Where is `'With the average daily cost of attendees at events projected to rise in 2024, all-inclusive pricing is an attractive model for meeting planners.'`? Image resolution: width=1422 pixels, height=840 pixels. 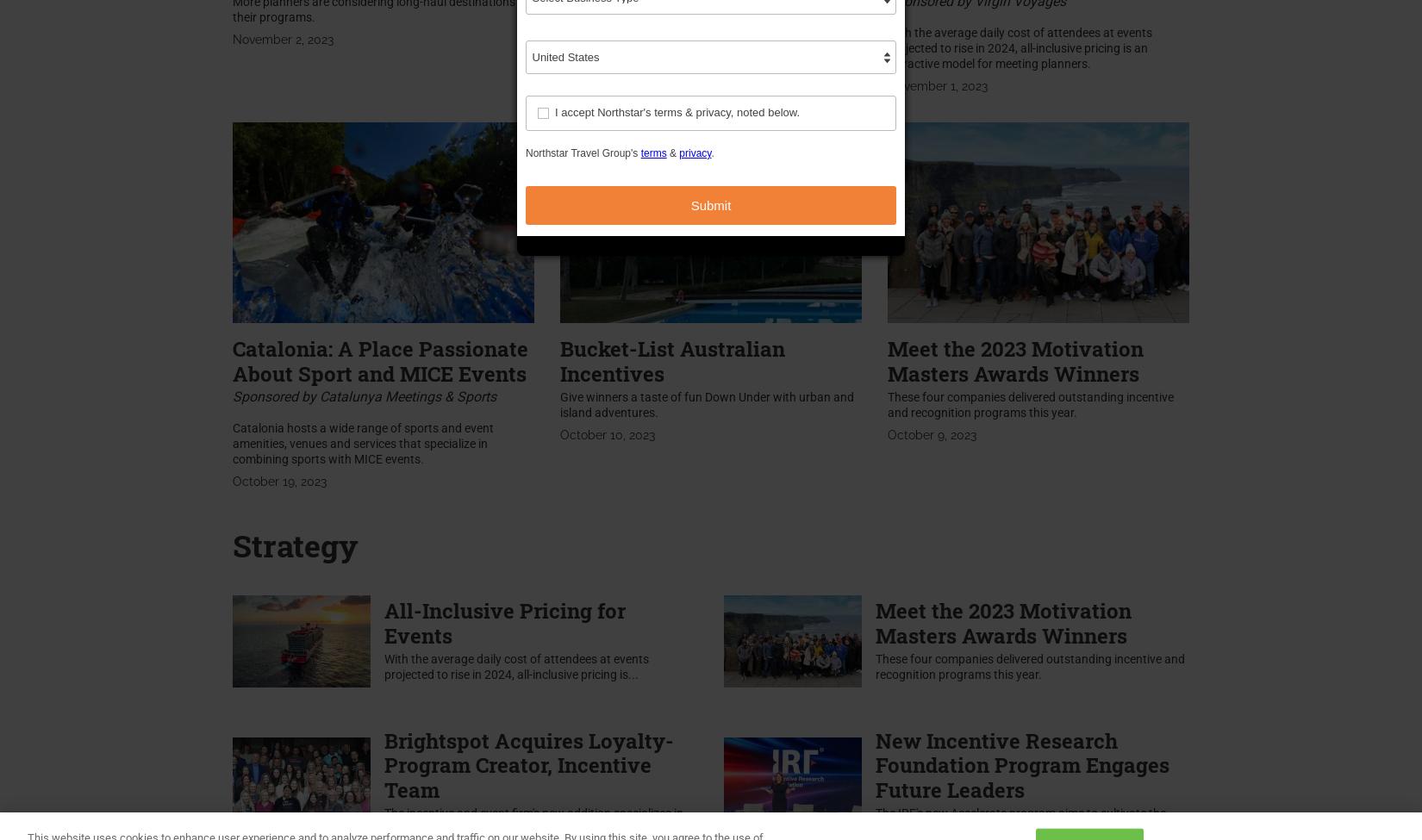
'With the average daily cost of attendees at events projected to rise in 2024, all-inclusive pricing is an attractive model for meeting planners.' is located at coordinates (1019, 47).